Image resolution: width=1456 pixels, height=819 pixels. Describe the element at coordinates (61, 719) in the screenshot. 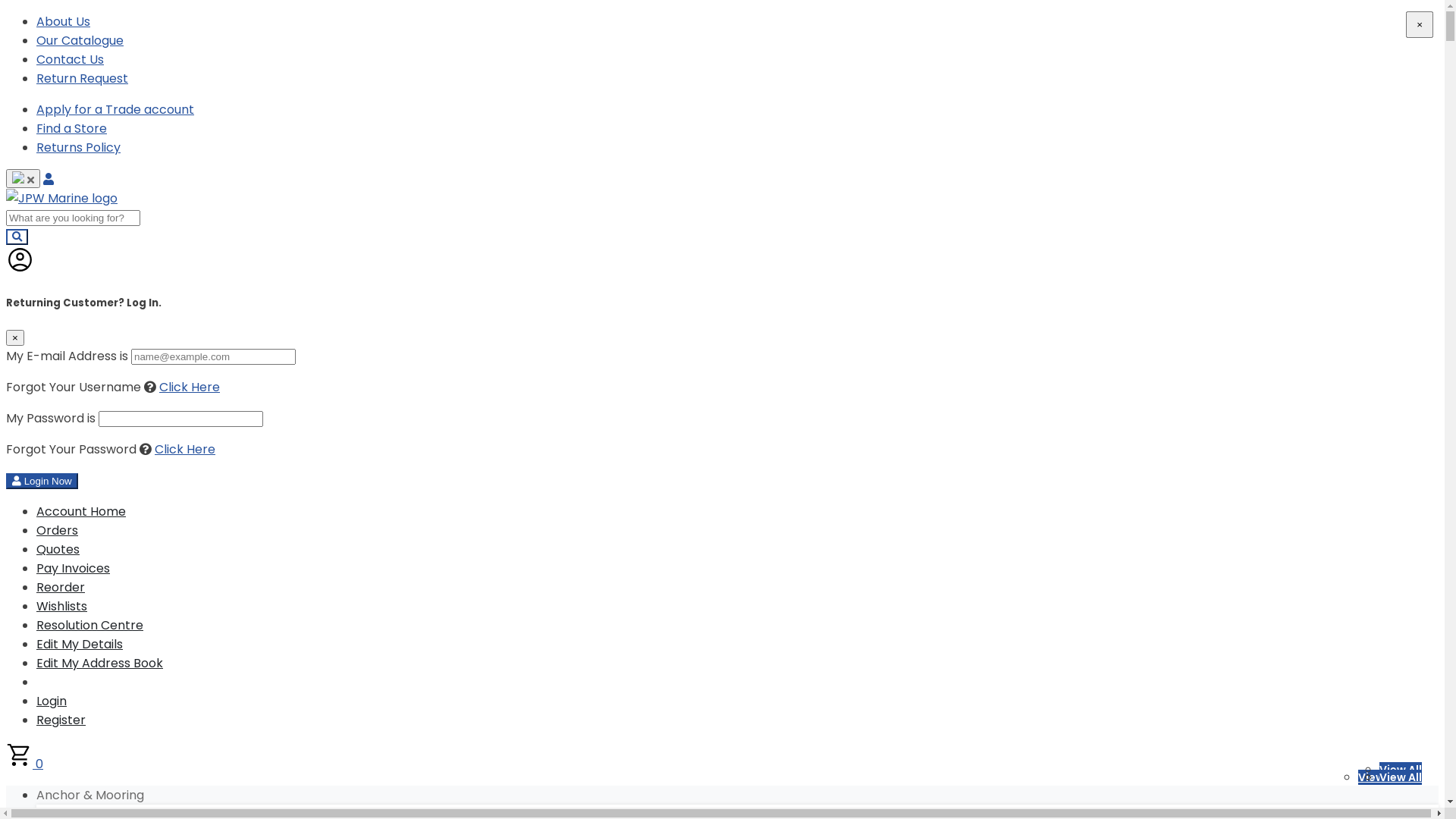

I see `'Register'` at that location.